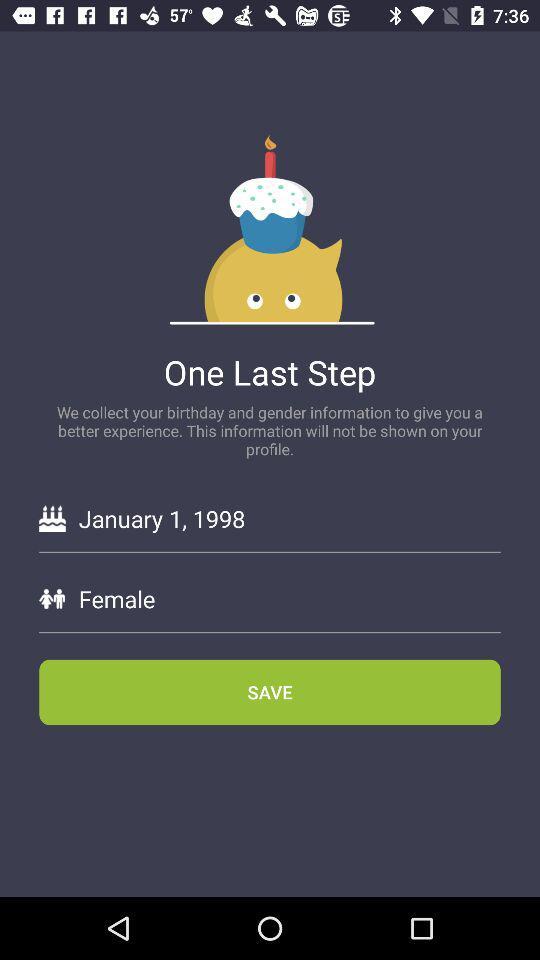 The image size is (540, 960). I want to click on the save icon, so click(270, 692).